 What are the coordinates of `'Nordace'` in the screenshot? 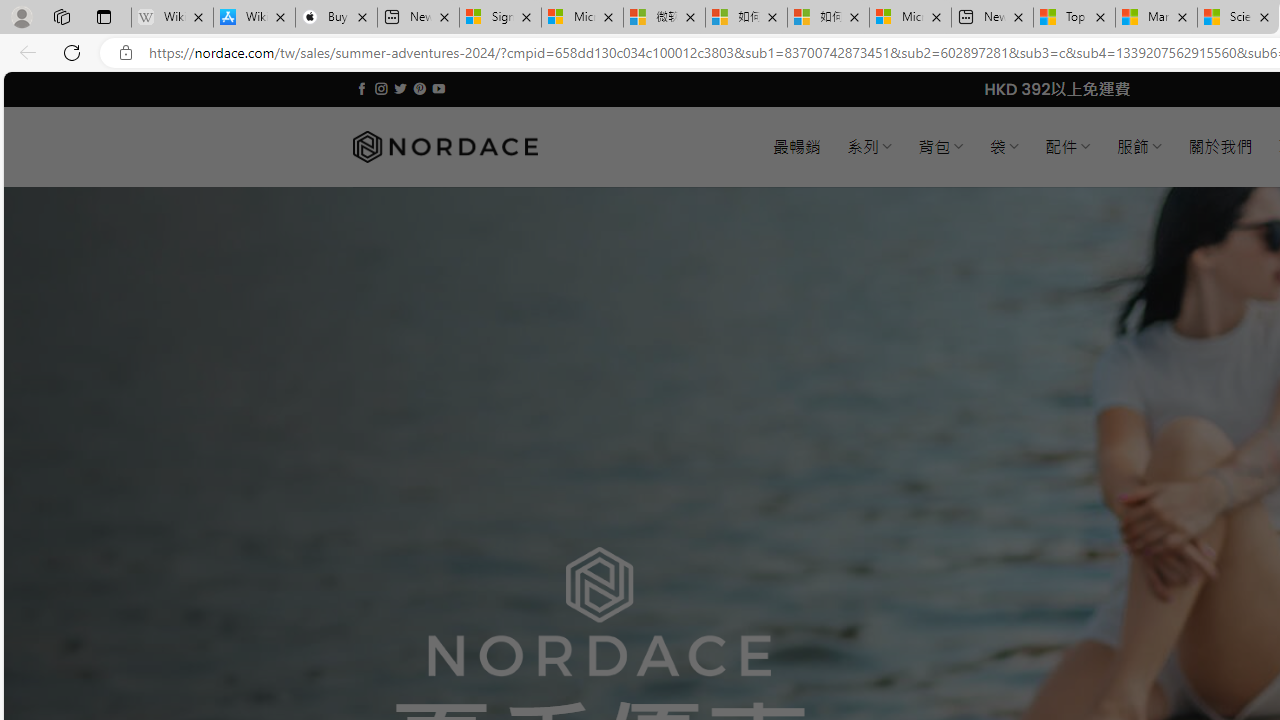 It's located at (443, 146).